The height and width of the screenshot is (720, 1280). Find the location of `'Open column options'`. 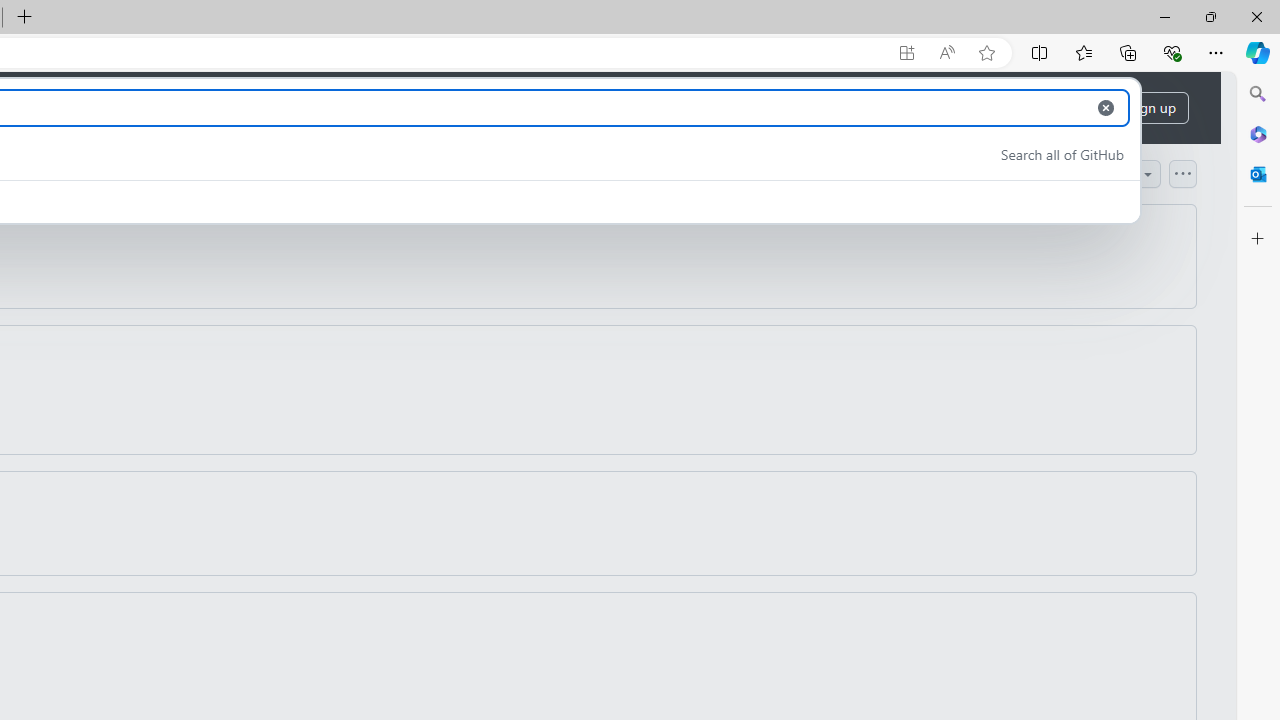

'Open column options' is located at coordinates (1182, 172).